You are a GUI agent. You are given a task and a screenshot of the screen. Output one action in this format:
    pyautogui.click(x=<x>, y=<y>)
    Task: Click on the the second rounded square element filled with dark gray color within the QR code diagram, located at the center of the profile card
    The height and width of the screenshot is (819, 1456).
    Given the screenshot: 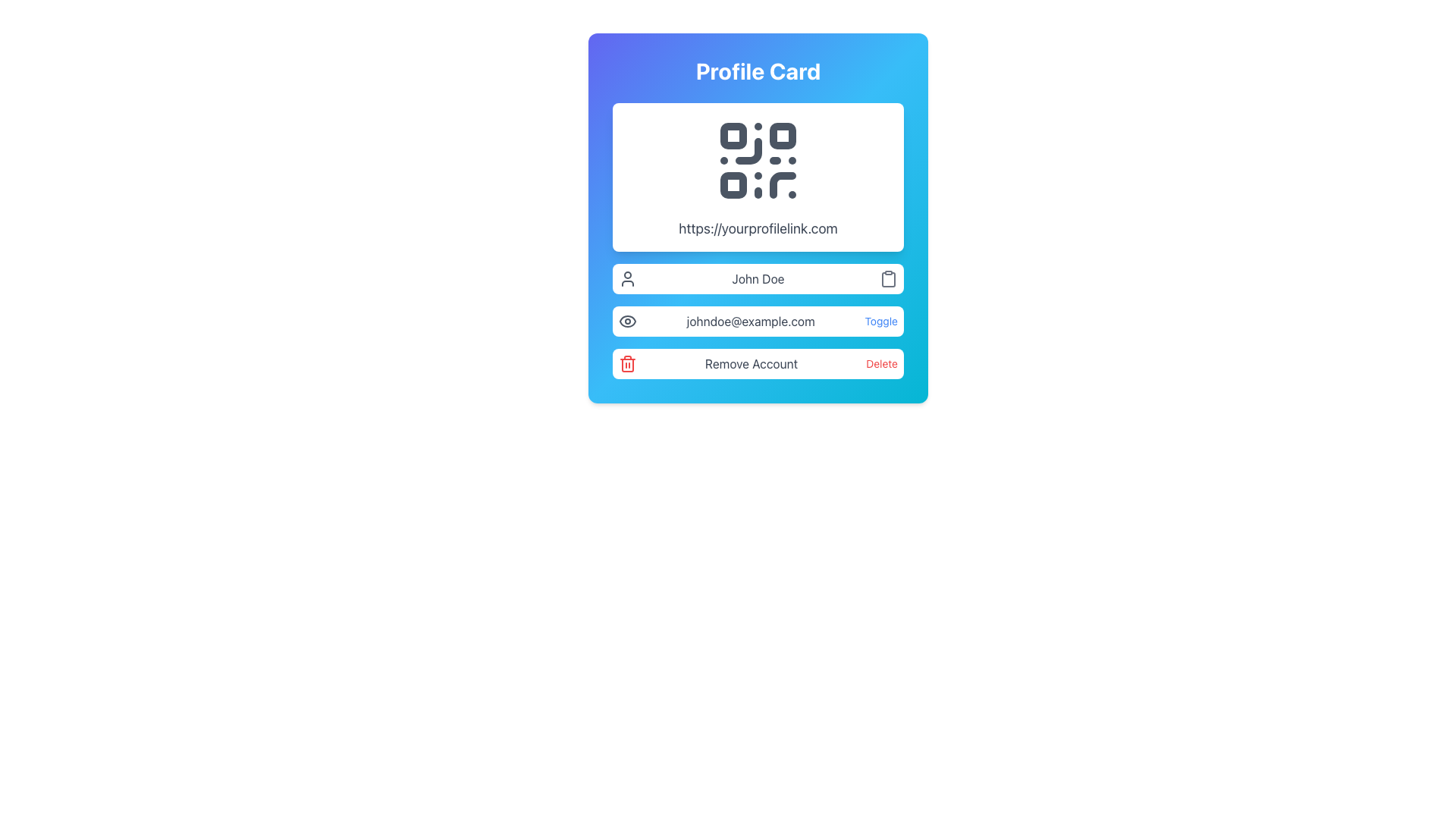 What is the action you would take?
    pyautogui.click(x=783, y=135)
    